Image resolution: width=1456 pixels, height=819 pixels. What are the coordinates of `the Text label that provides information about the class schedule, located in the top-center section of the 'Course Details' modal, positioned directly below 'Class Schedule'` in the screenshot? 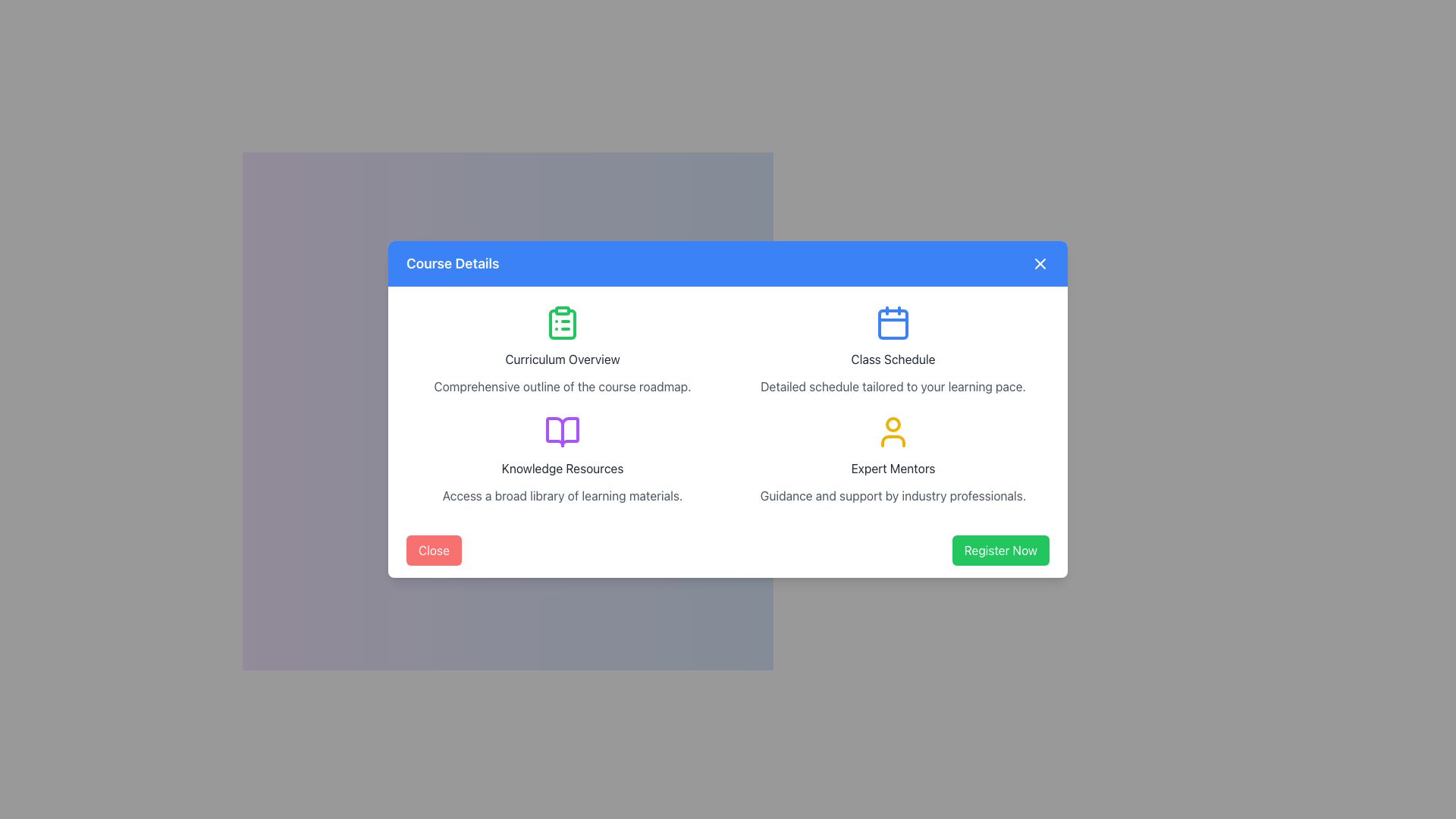 It's located at (893, 385).